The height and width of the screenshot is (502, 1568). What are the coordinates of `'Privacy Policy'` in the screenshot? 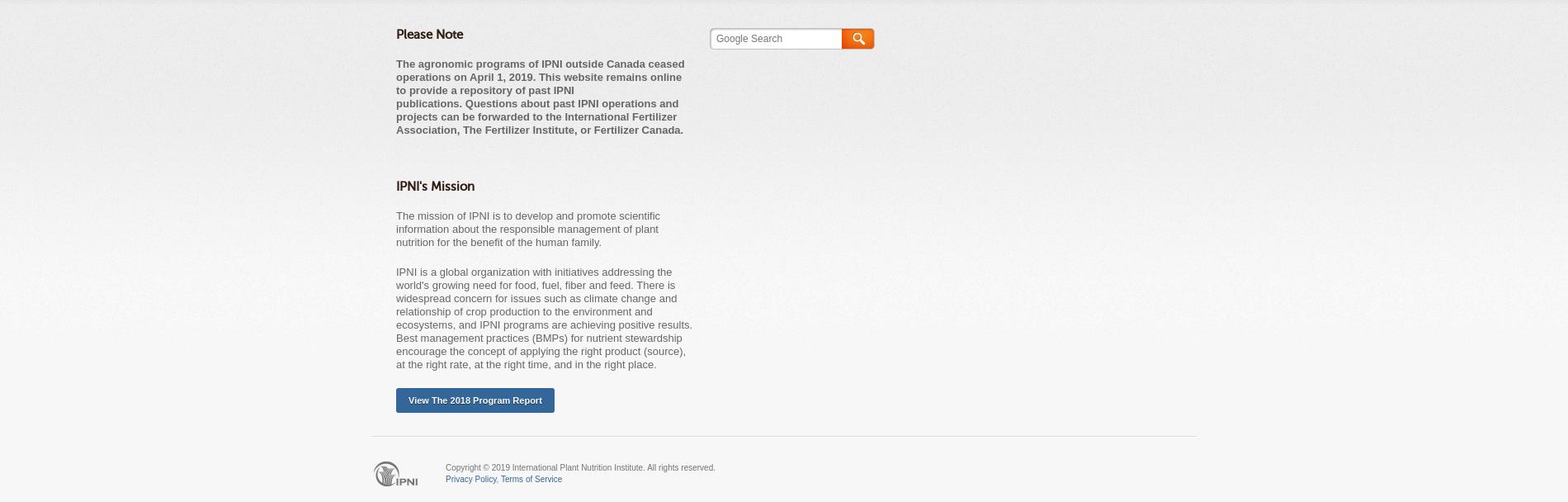 It's located at (470, 478).